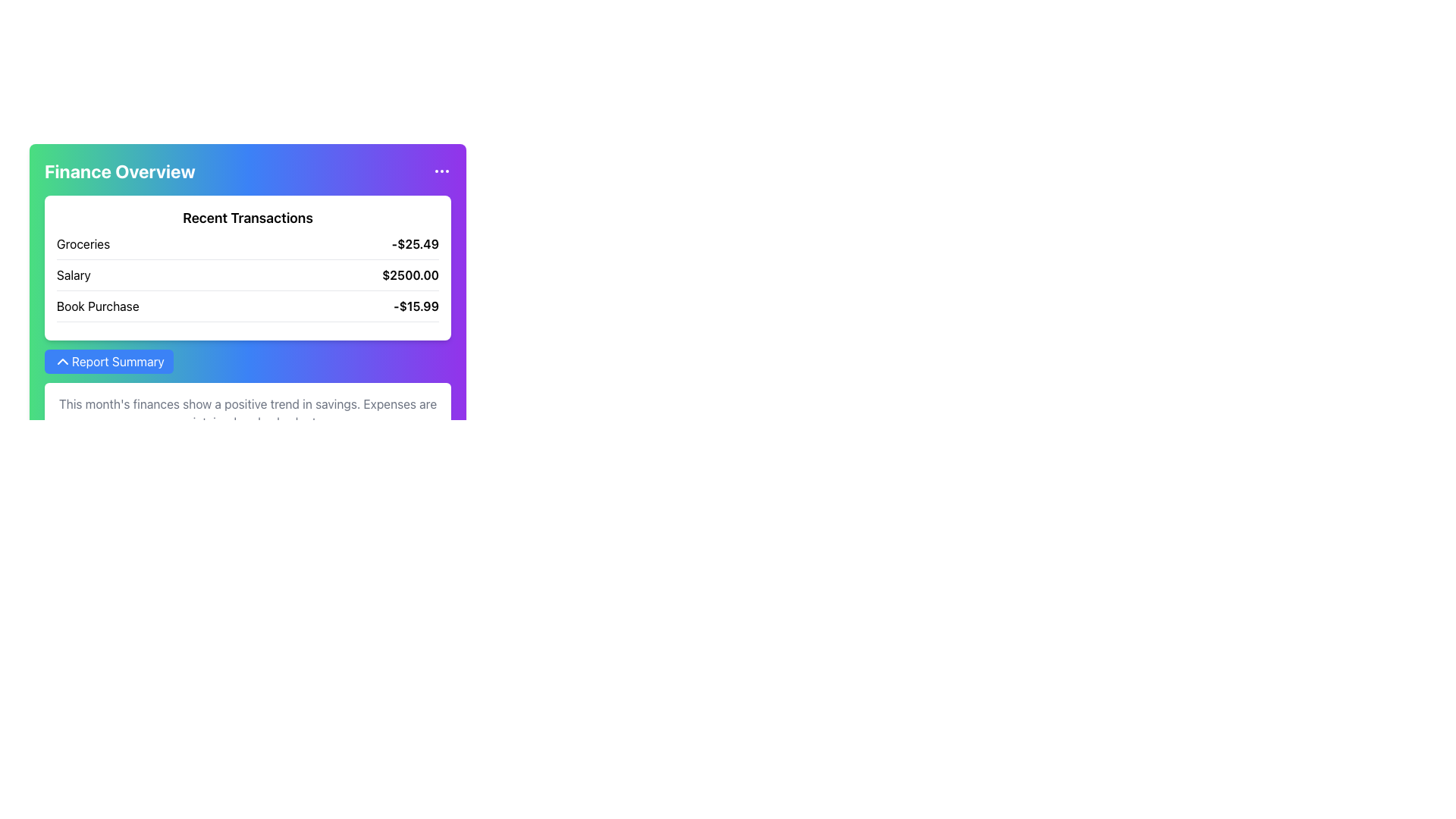 The height and width of the screenshot is (819, 1456). What do you see at coordinates (247, 278) in the screenshot?
I see `the salary amount '$2500.00' in the second transaction item of the list for further action options` at bounding box center [247, 278].